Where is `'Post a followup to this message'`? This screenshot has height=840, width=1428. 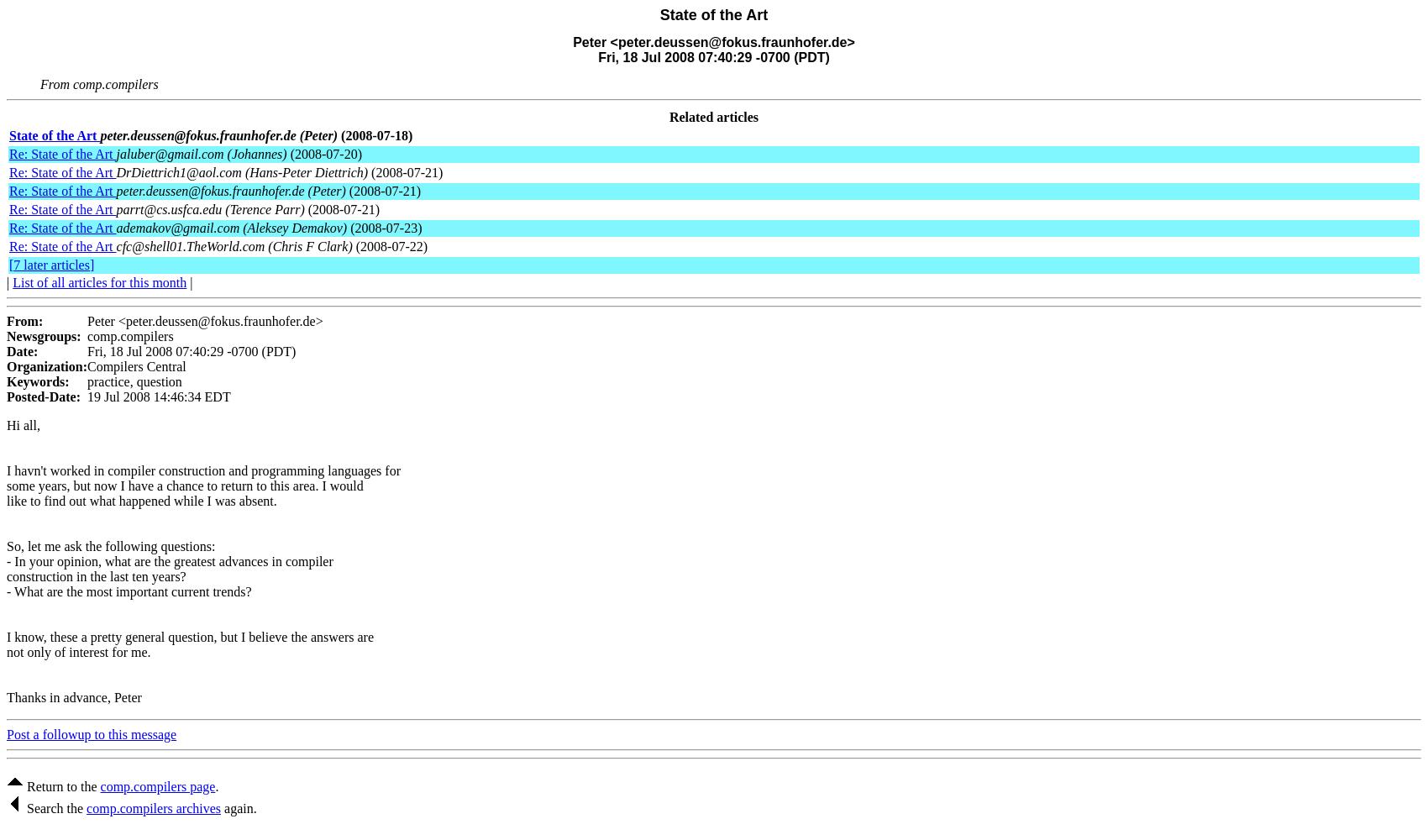
'Post a followup to this message' is located at coordinates (90, 732).